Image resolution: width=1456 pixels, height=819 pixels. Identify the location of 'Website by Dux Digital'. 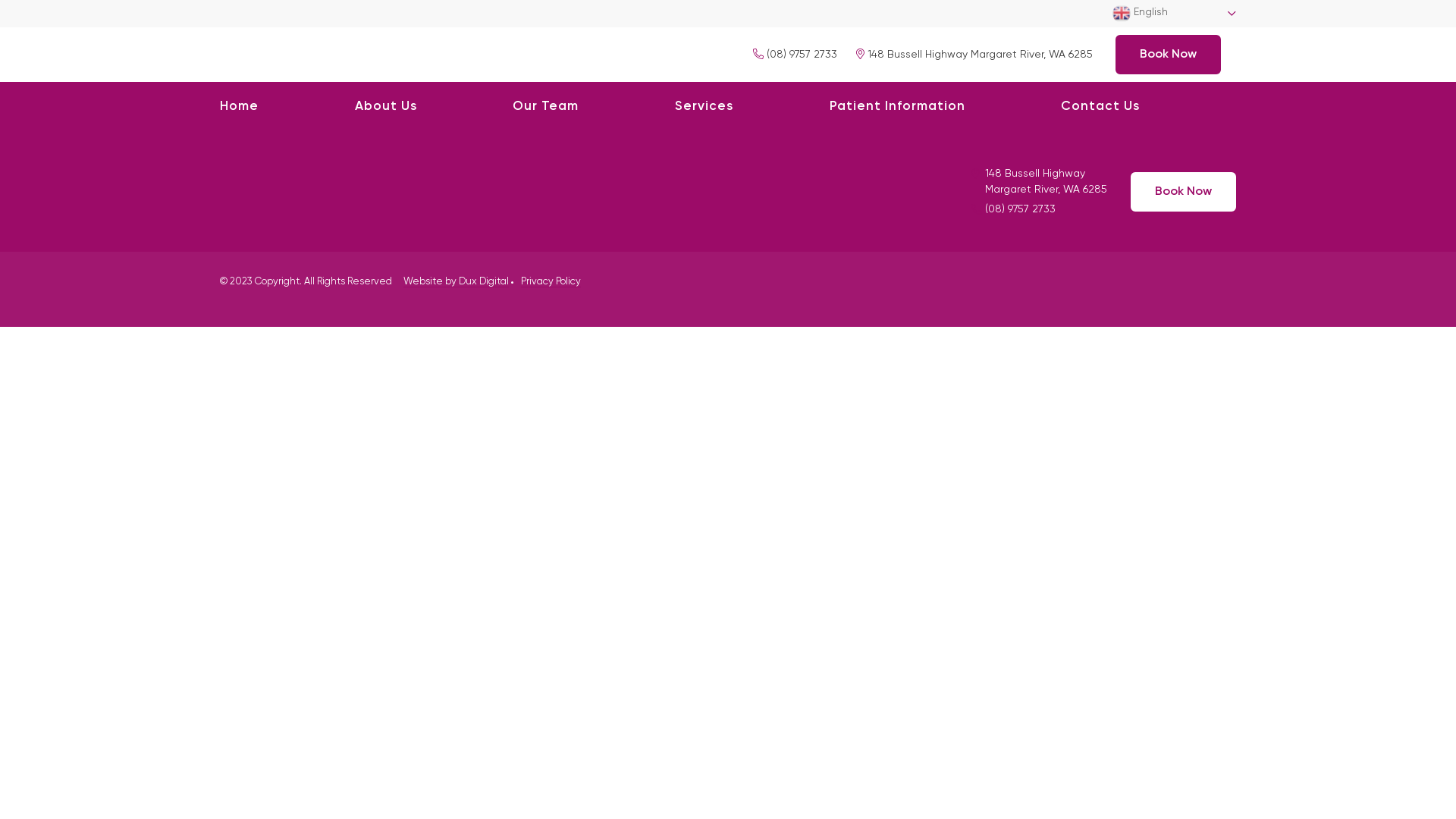
(455, 281).